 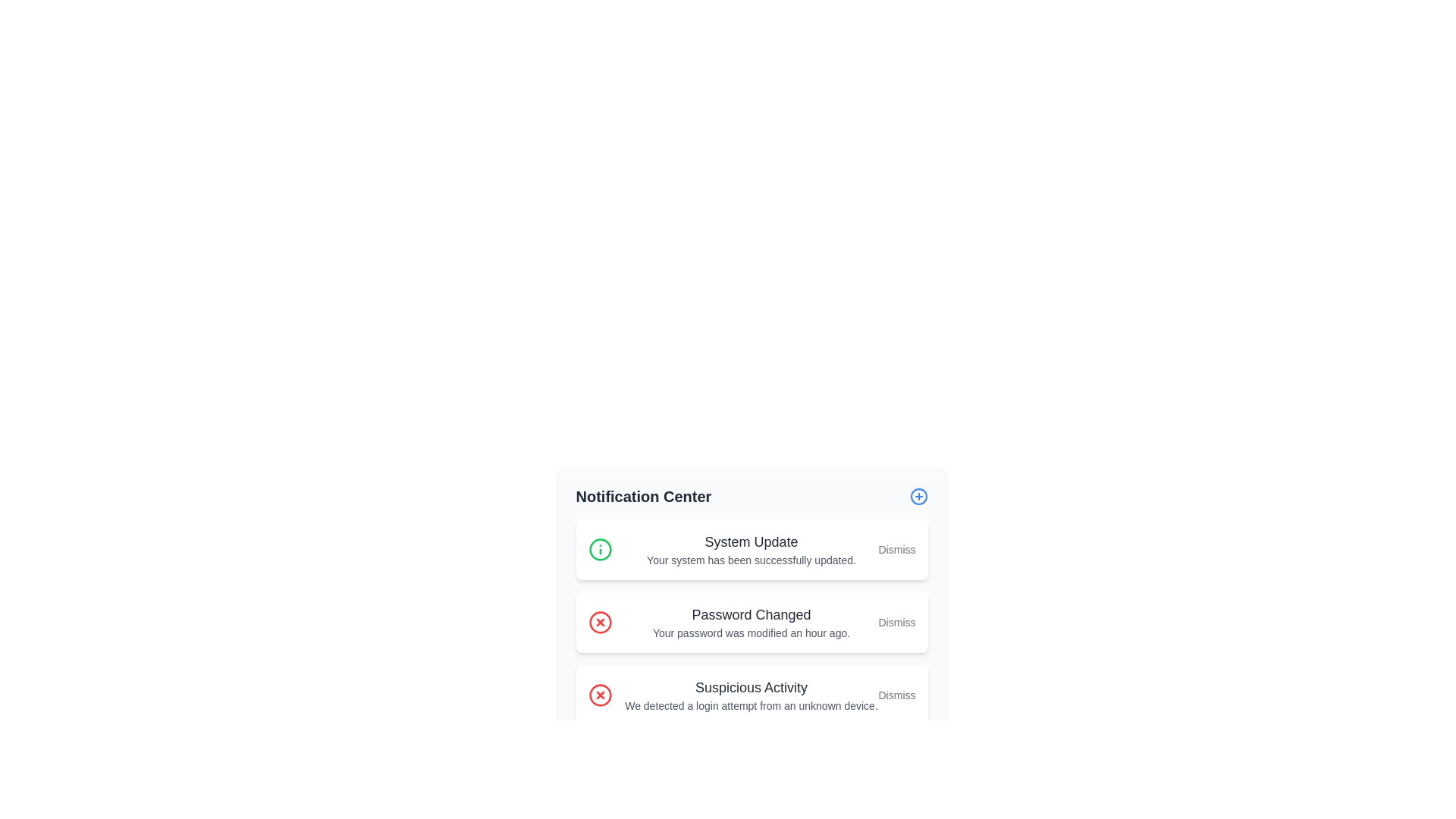 I want to click on the circular SVG component with a blue border and white fill, located in the header section of the notification center, so click(x=918, y=497).